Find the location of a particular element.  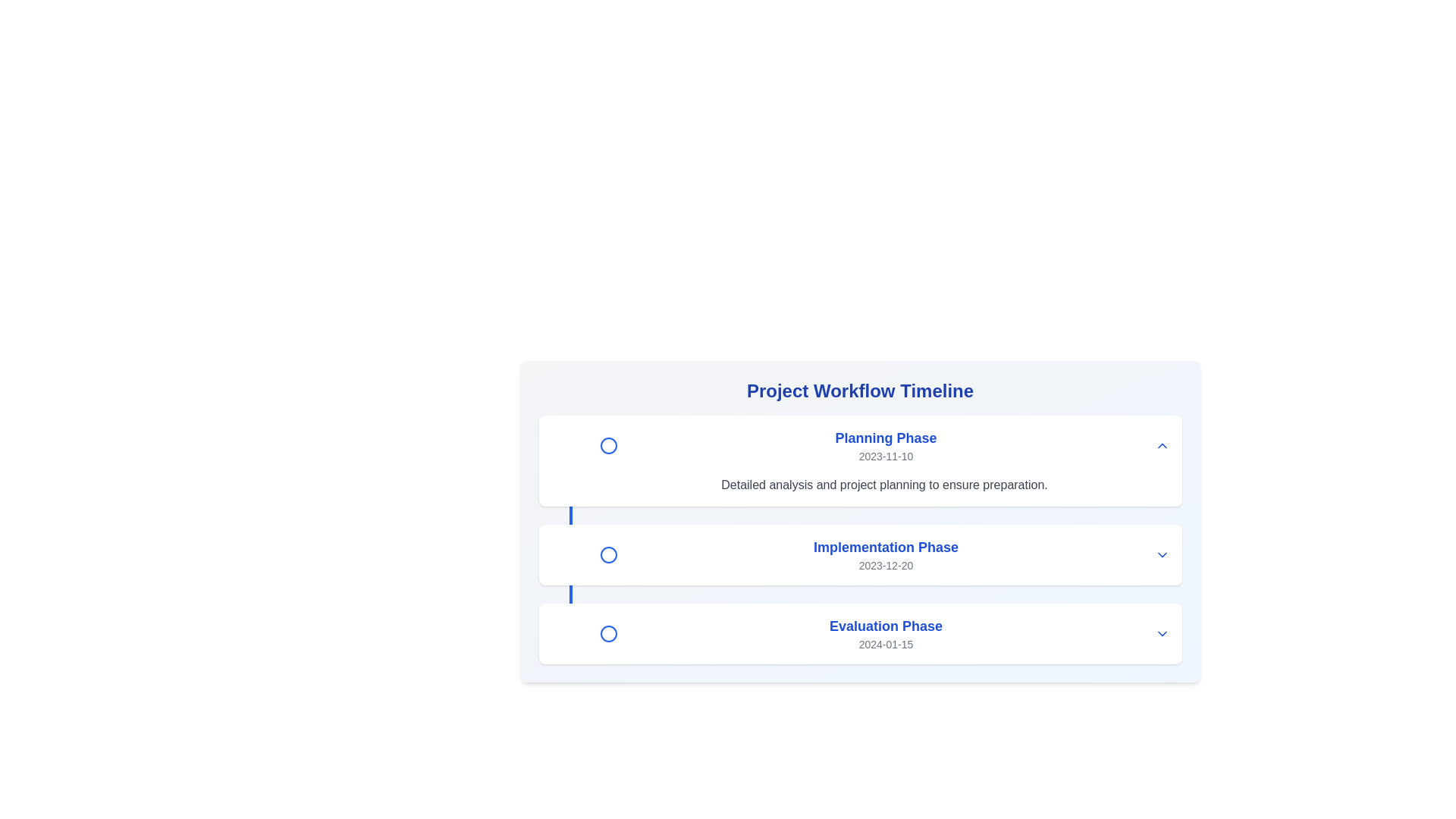

the static text that provides descriptive information about the 'Planning Phase' section, located beneath the title and date is located at coordinates (884, 485).